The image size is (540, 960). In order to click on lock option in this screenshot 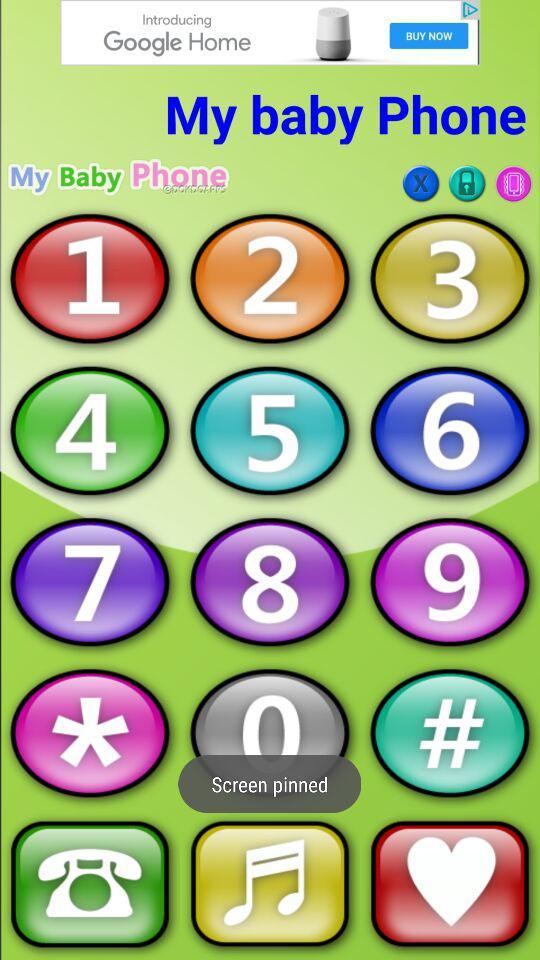, I will do `click(467, 183)`.